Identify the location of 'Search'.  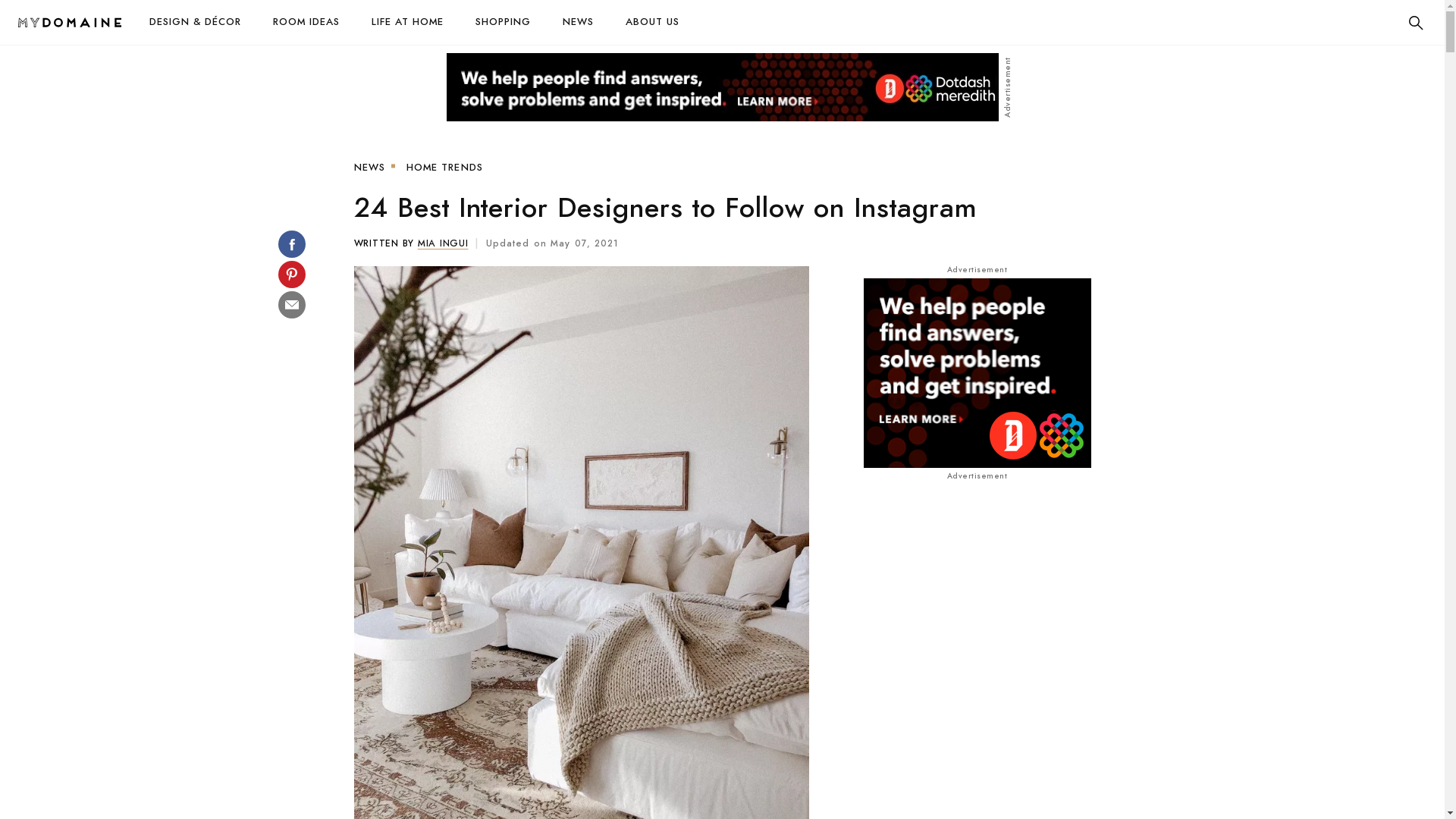
(1403, 23).